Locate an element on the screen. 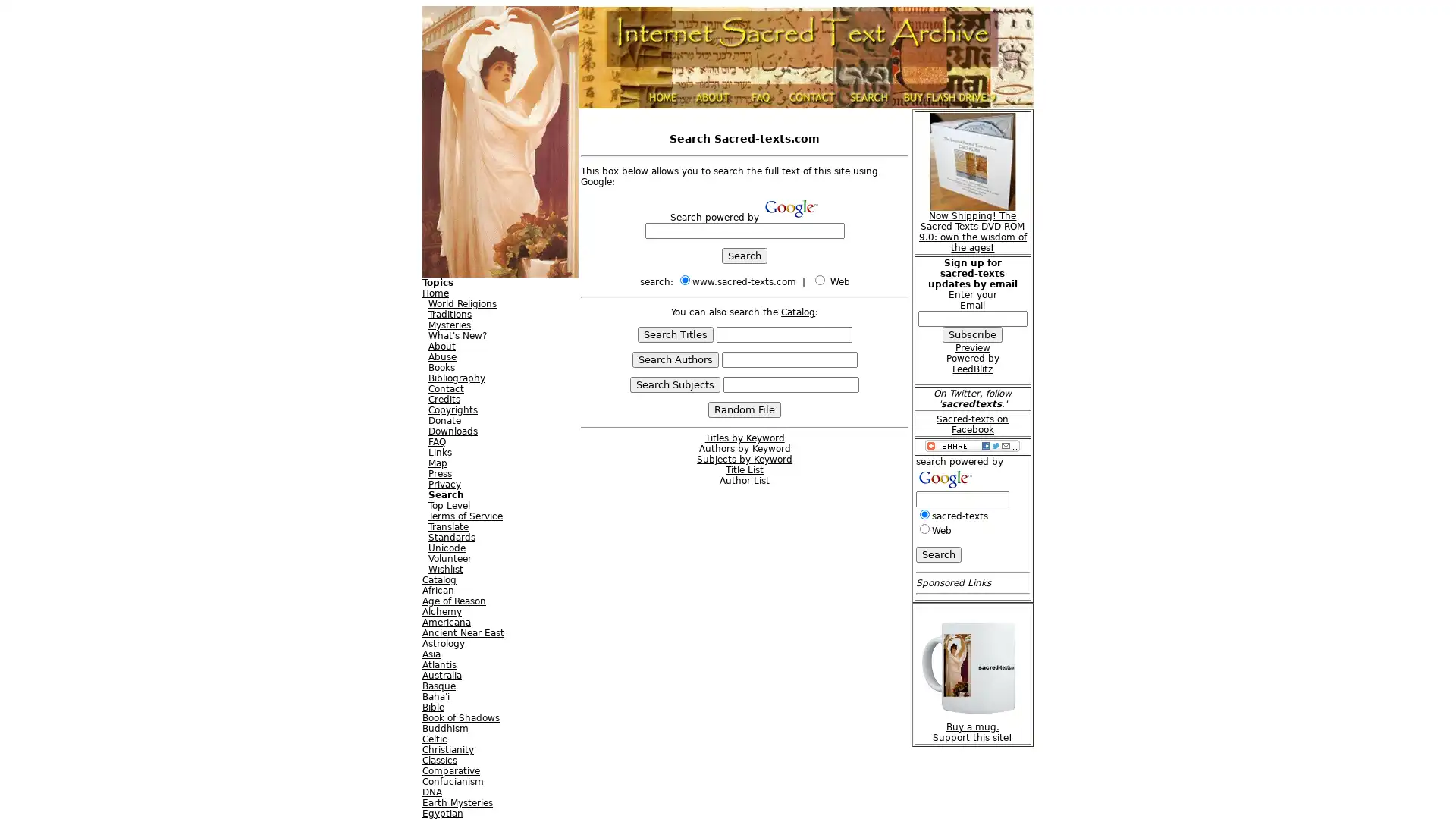  Random File is located at coordinates (745, 409).